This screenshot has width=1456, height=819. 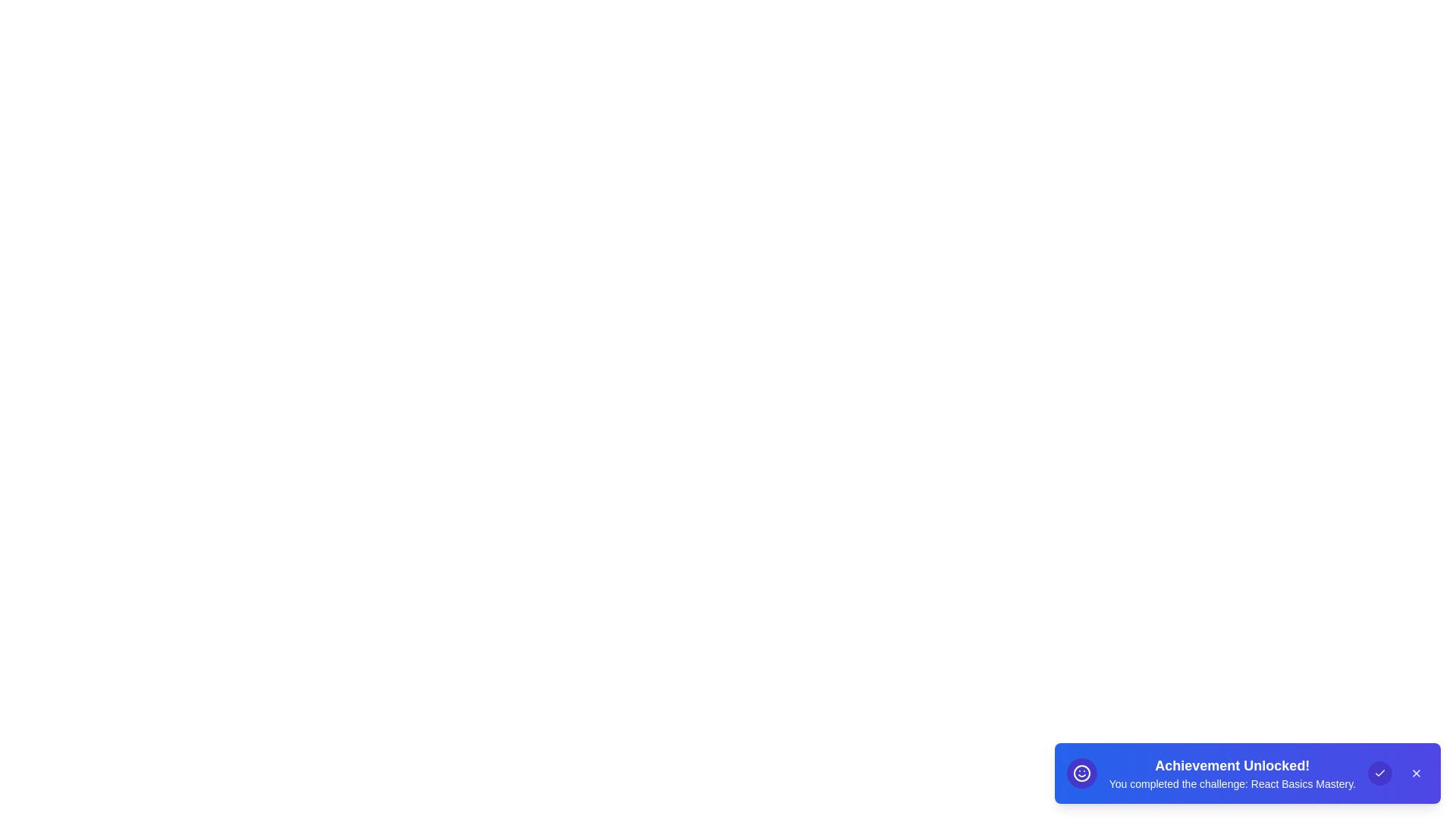 I want to click on the button check_button to observe the hover effect, so click(x=1379, y=773).